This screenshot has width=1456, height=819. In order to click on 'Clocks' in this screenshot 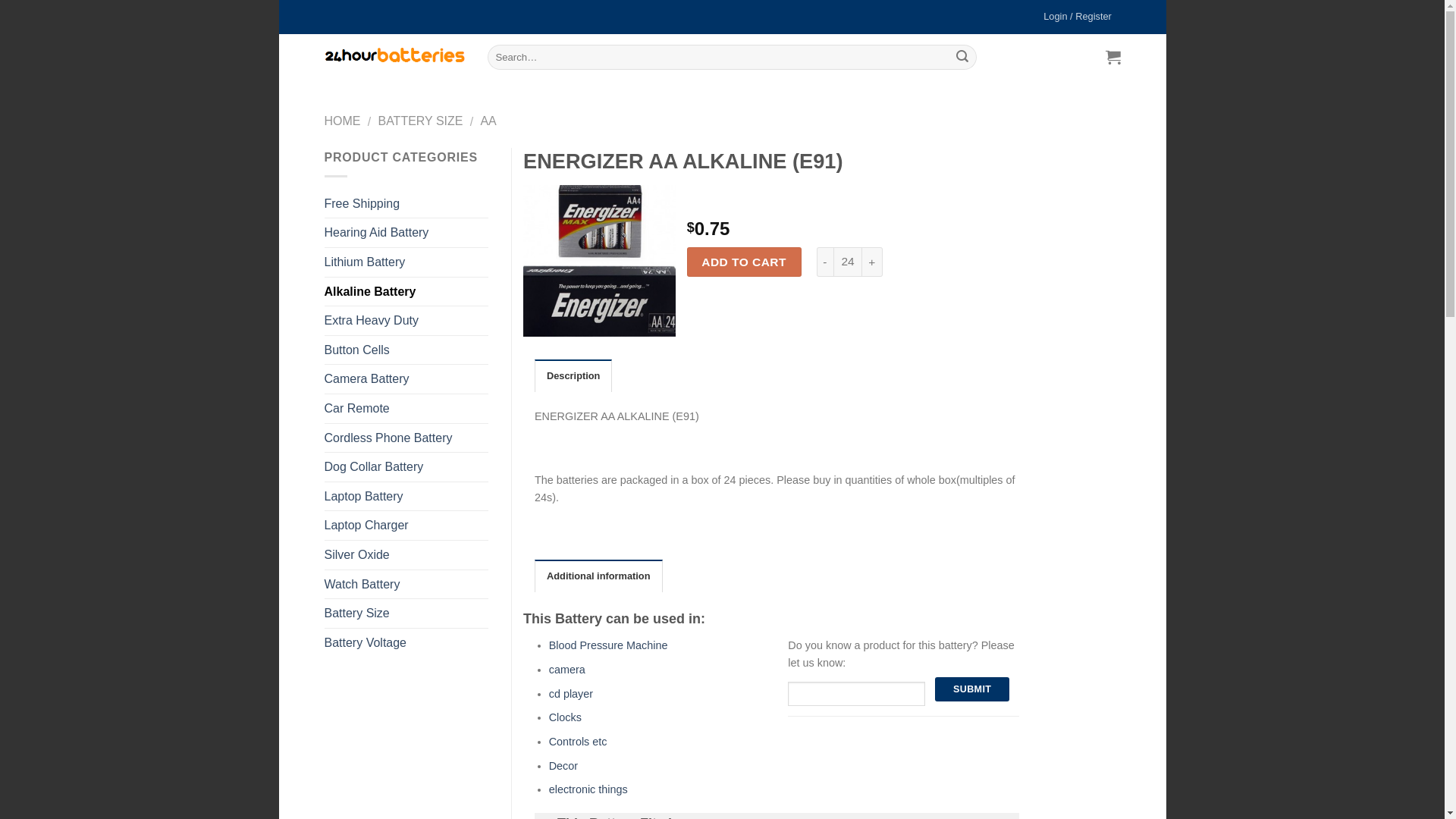, I will do `click(564, 717)`.